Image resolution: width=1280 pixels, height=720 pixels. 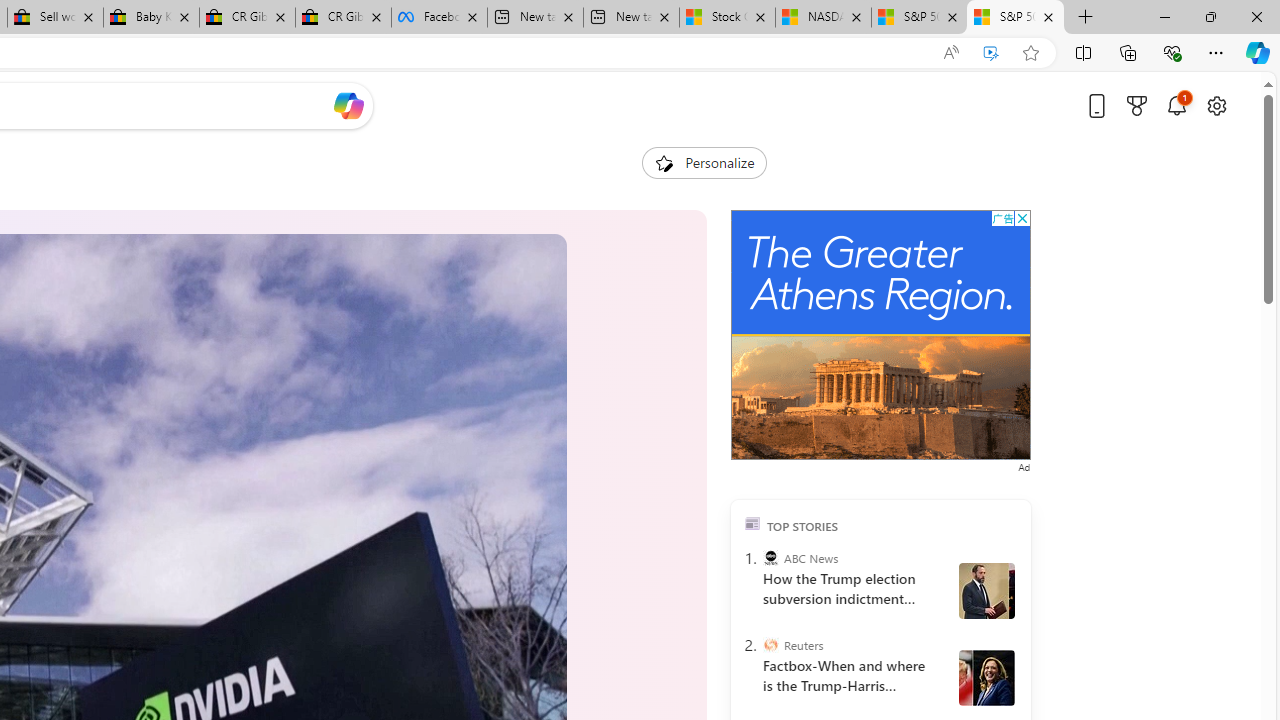 What do you see at coordinates (769, 645) in the screenshot?
I see `'Reuters'` at bounding box center [769, 645].